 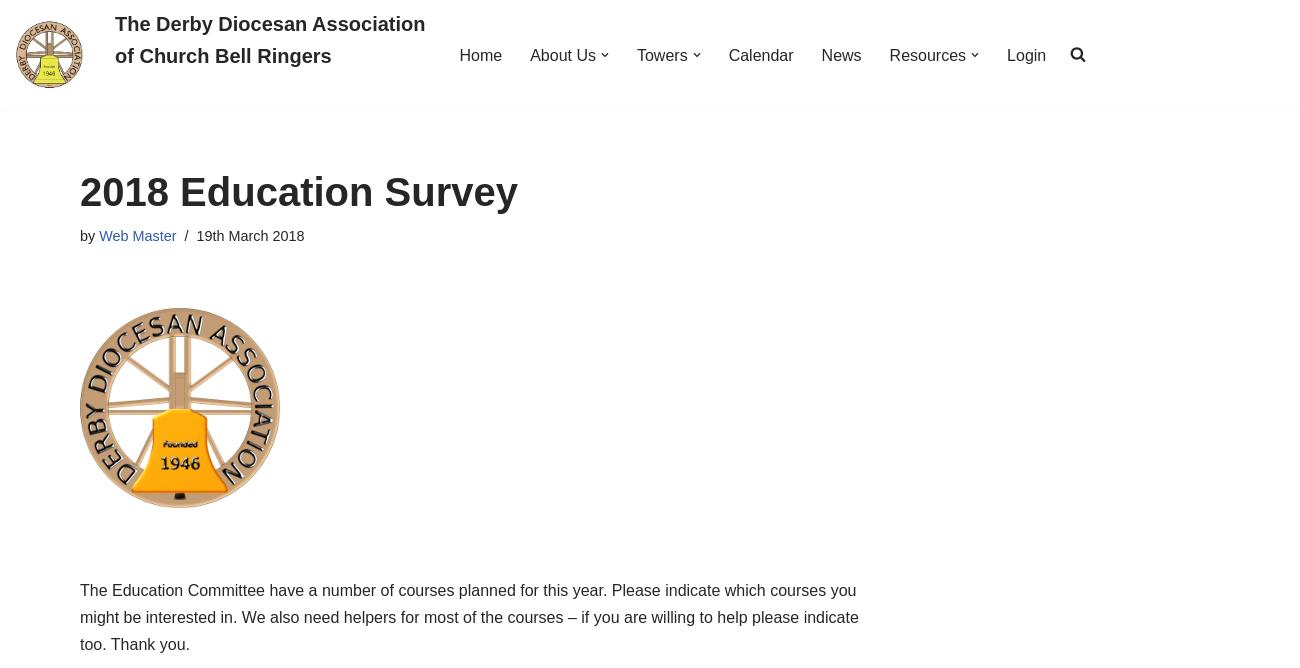 What do you see at coordinates (692, 499) in the screenshot?
I see `'Training Request'` at bounding box center [692, 499].